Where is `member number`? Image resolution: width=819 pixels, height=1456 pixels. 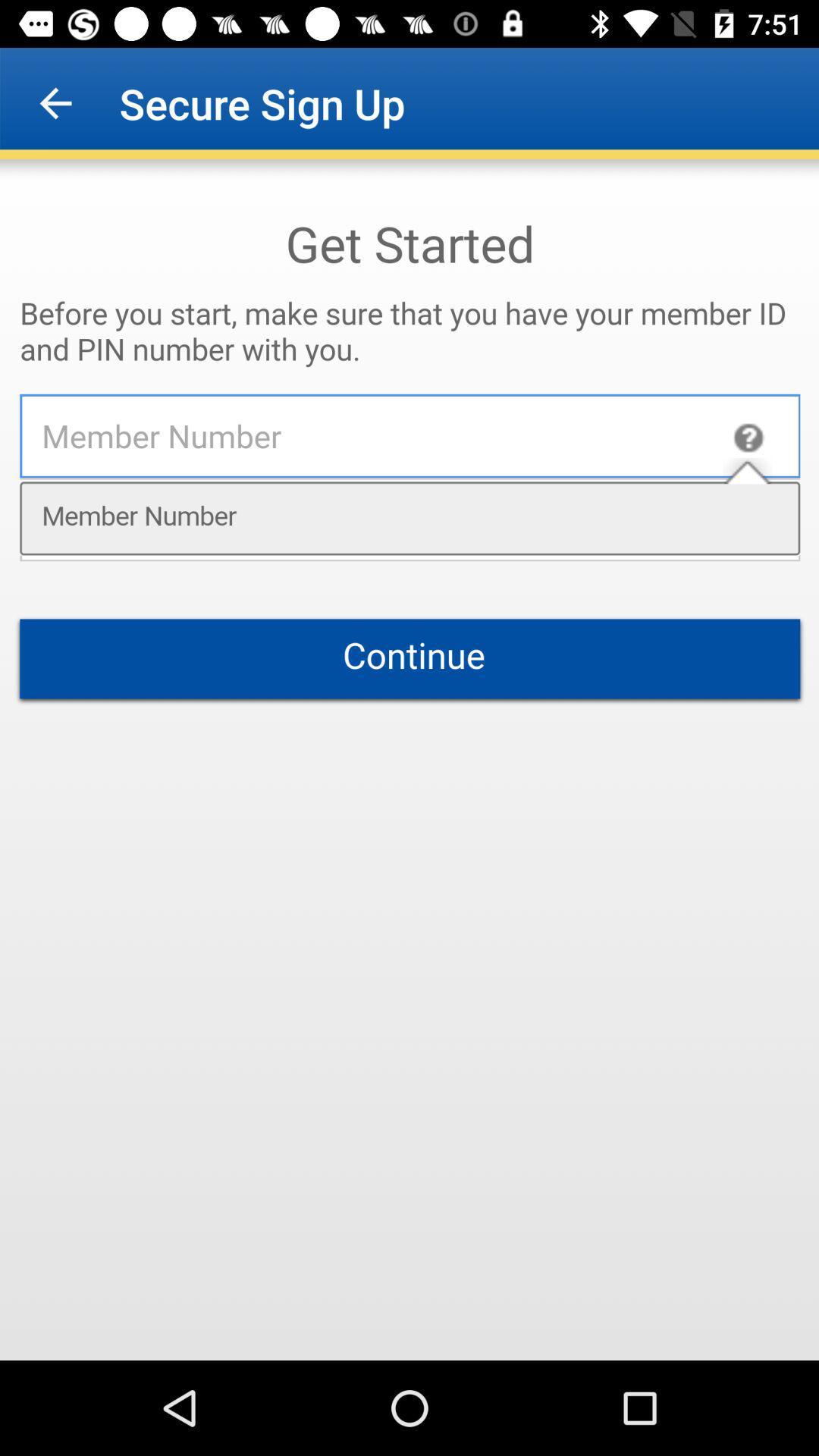 member number is located at coordinates (409, 760).